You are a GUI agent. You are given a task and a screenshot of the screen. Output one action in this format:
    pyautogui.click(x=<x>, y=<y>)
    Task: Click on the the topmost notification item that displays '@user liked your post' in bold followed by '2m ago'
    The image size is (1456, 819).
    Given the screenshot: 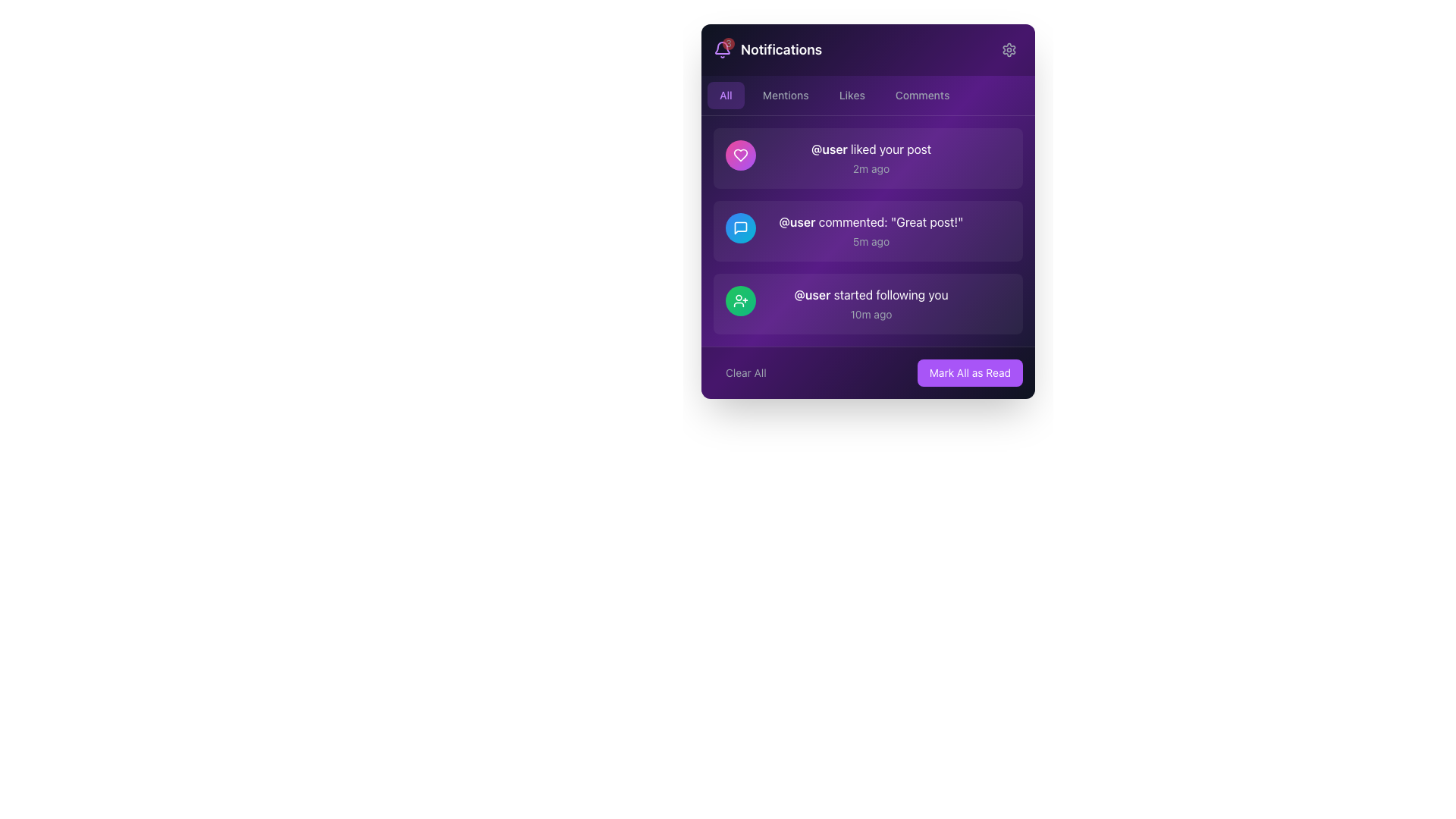 What is the action you would take?
    pyautogui.click(x=868, y=158)
    